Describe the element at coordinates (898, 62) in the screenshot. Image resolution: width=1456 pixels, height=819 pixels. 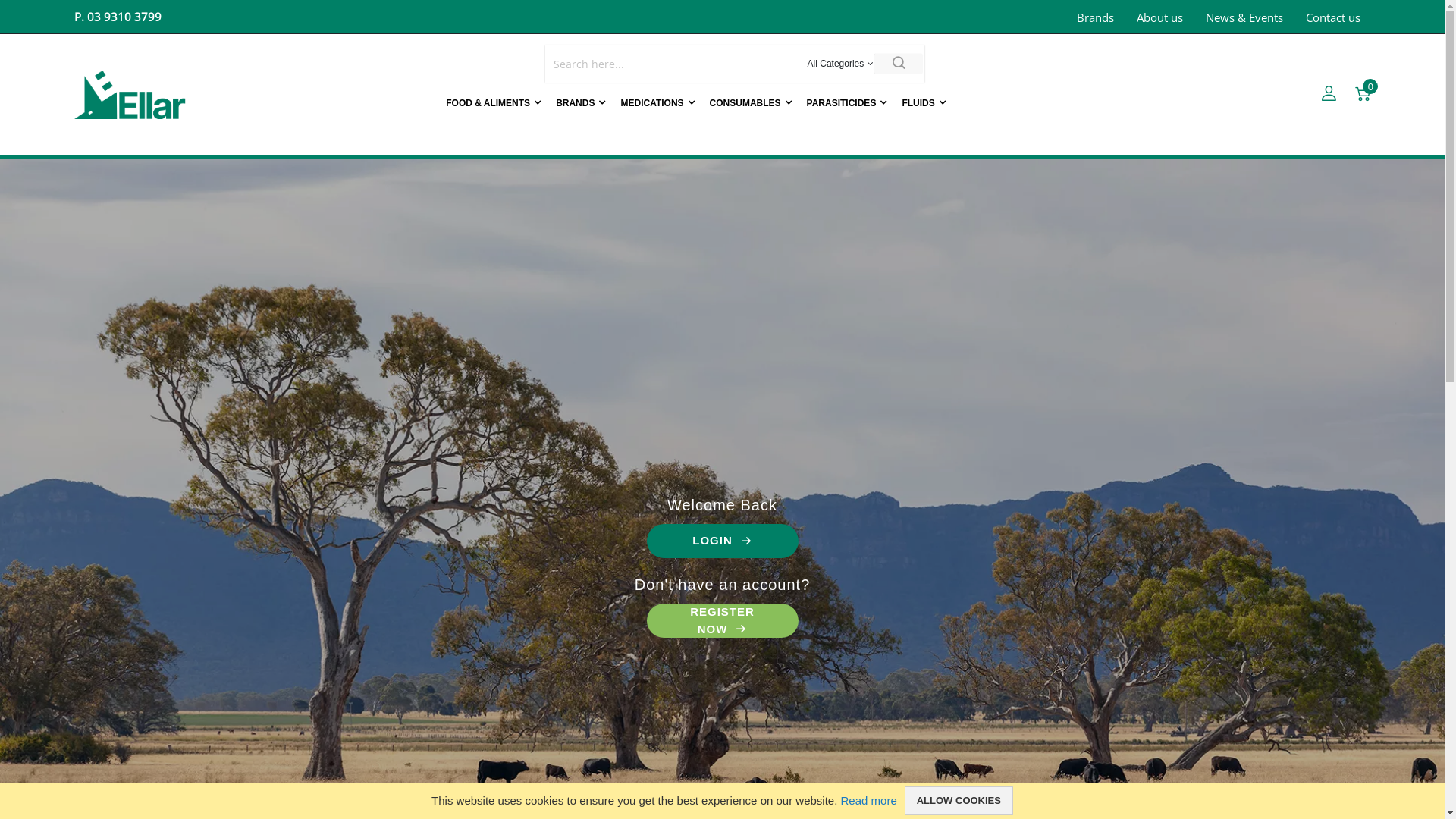
I see `'Search'` at that location.